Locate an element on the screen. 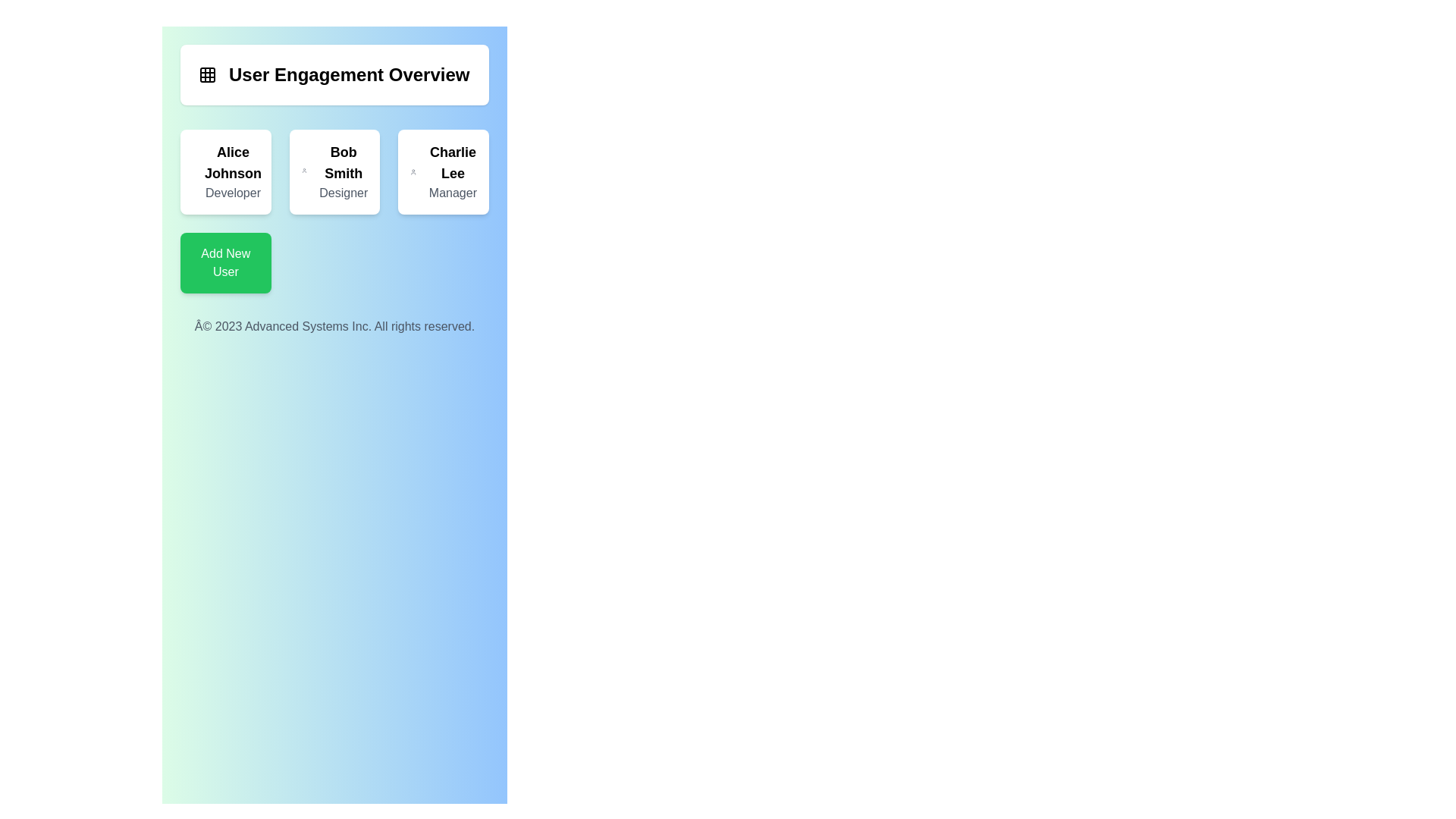 This screenshot has width=1456, height=819. the 'Manager' text label located below 'Charlie Lee' in the user card to potentially view additional information is located at coordinates (452, 192).